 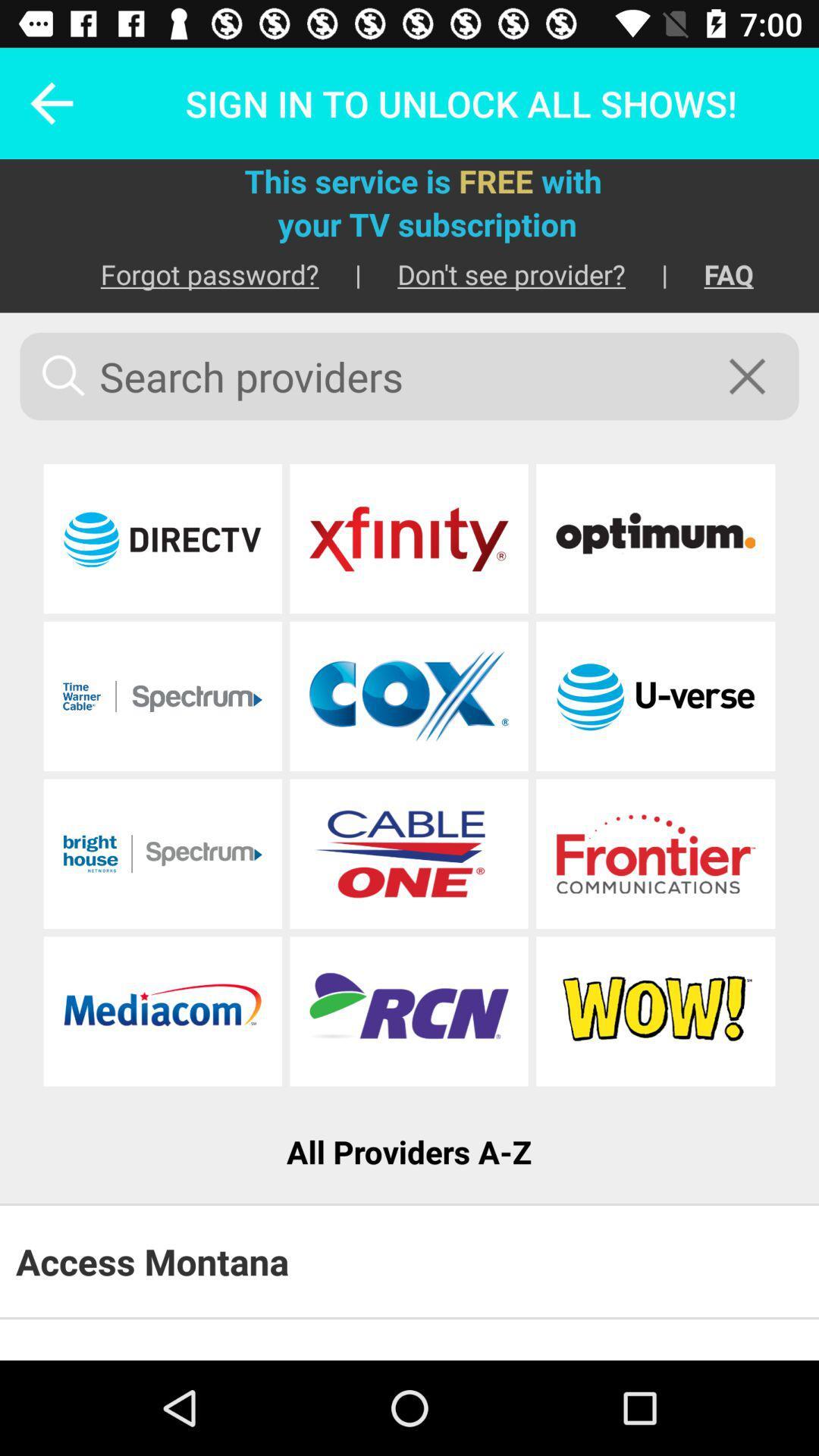 What do you see at coordinates (654, 695) in the screenshot?
I see `at t u-verse` at bounding box center [654, 695].